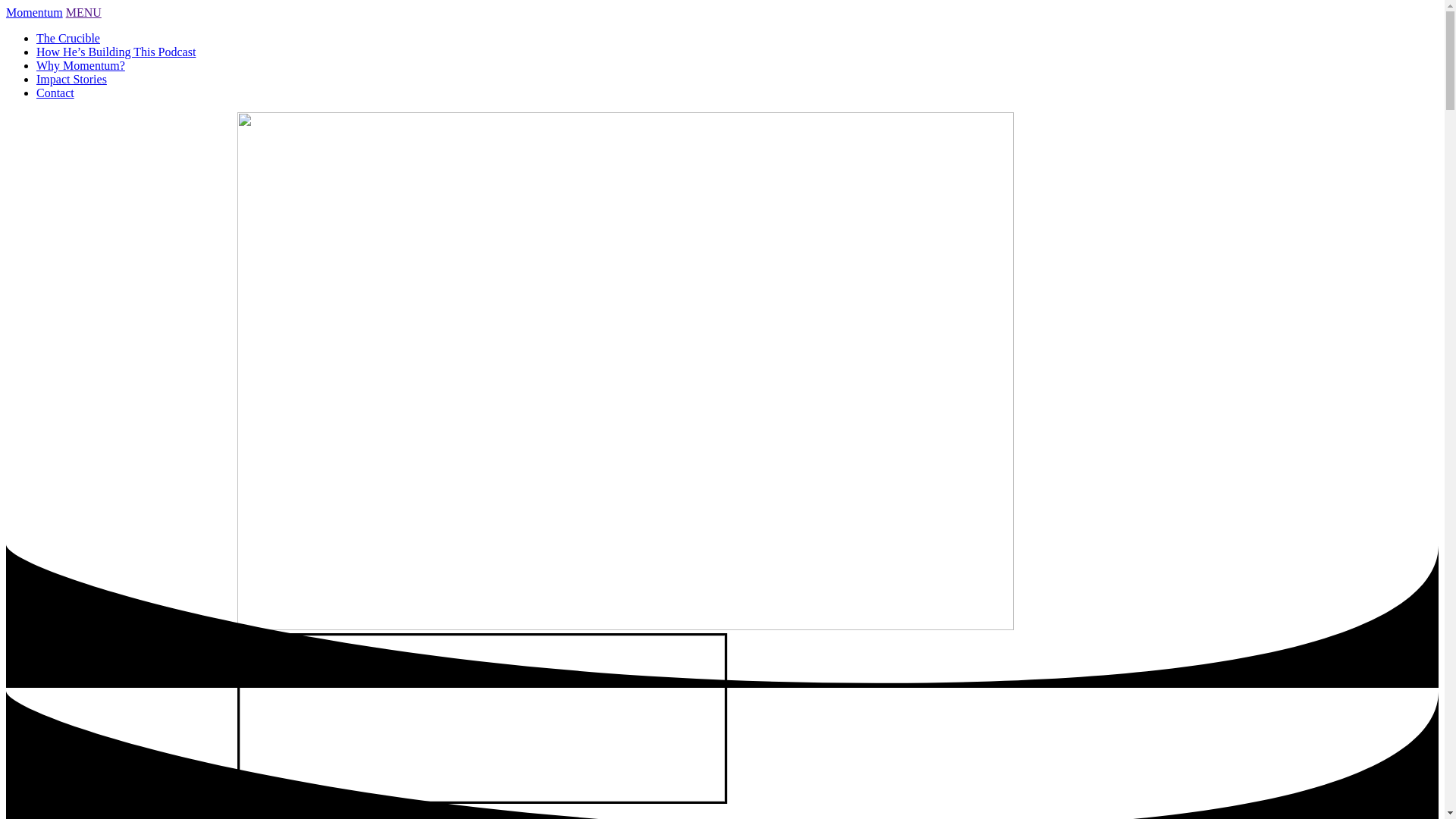  I want to click on 'Impact Stories', so click(71, 79).